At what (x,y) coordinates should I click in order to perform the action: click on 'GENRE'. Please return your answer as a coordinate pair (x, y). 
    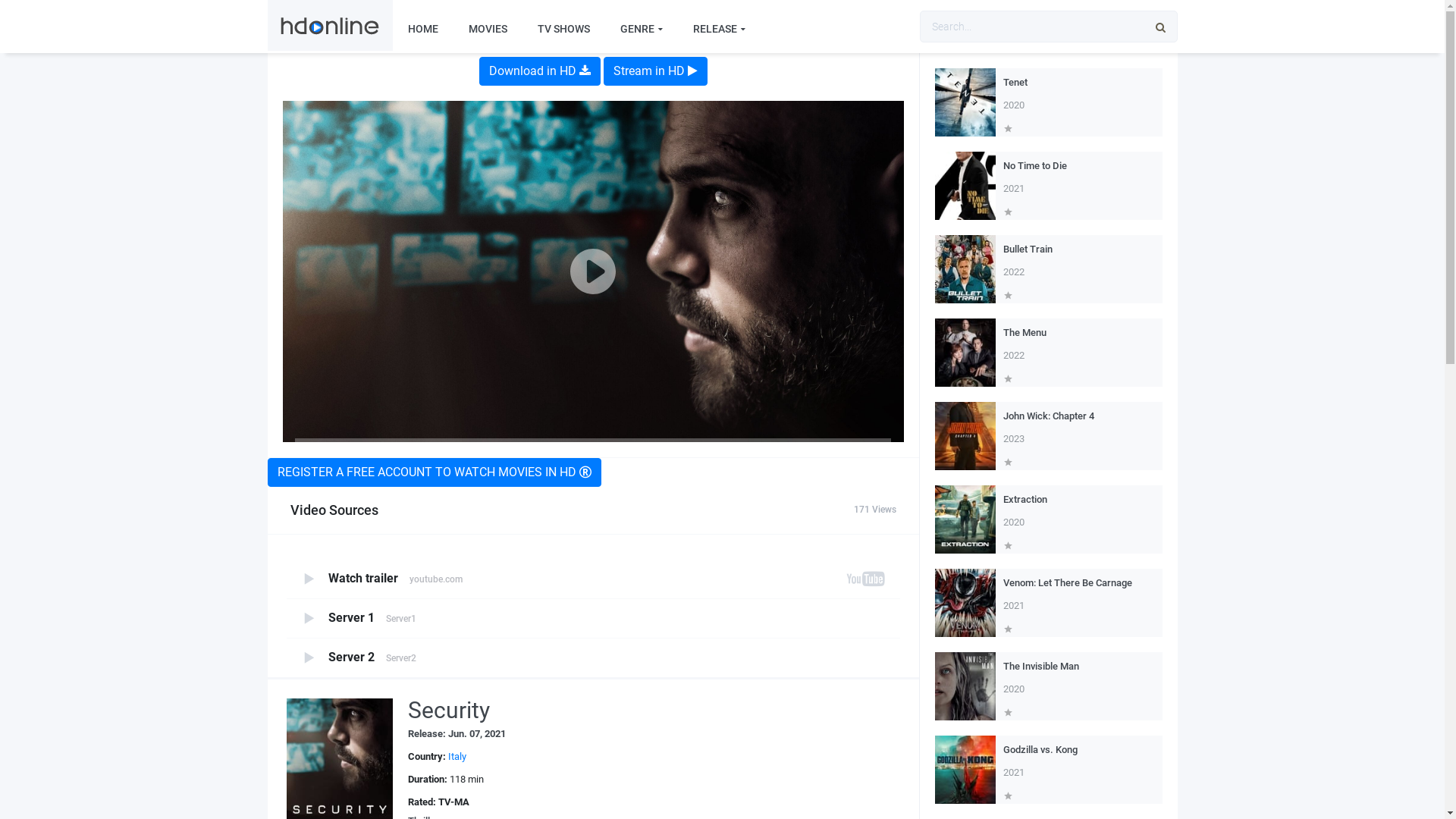
    Looking at the image, I should click on (604, 29).